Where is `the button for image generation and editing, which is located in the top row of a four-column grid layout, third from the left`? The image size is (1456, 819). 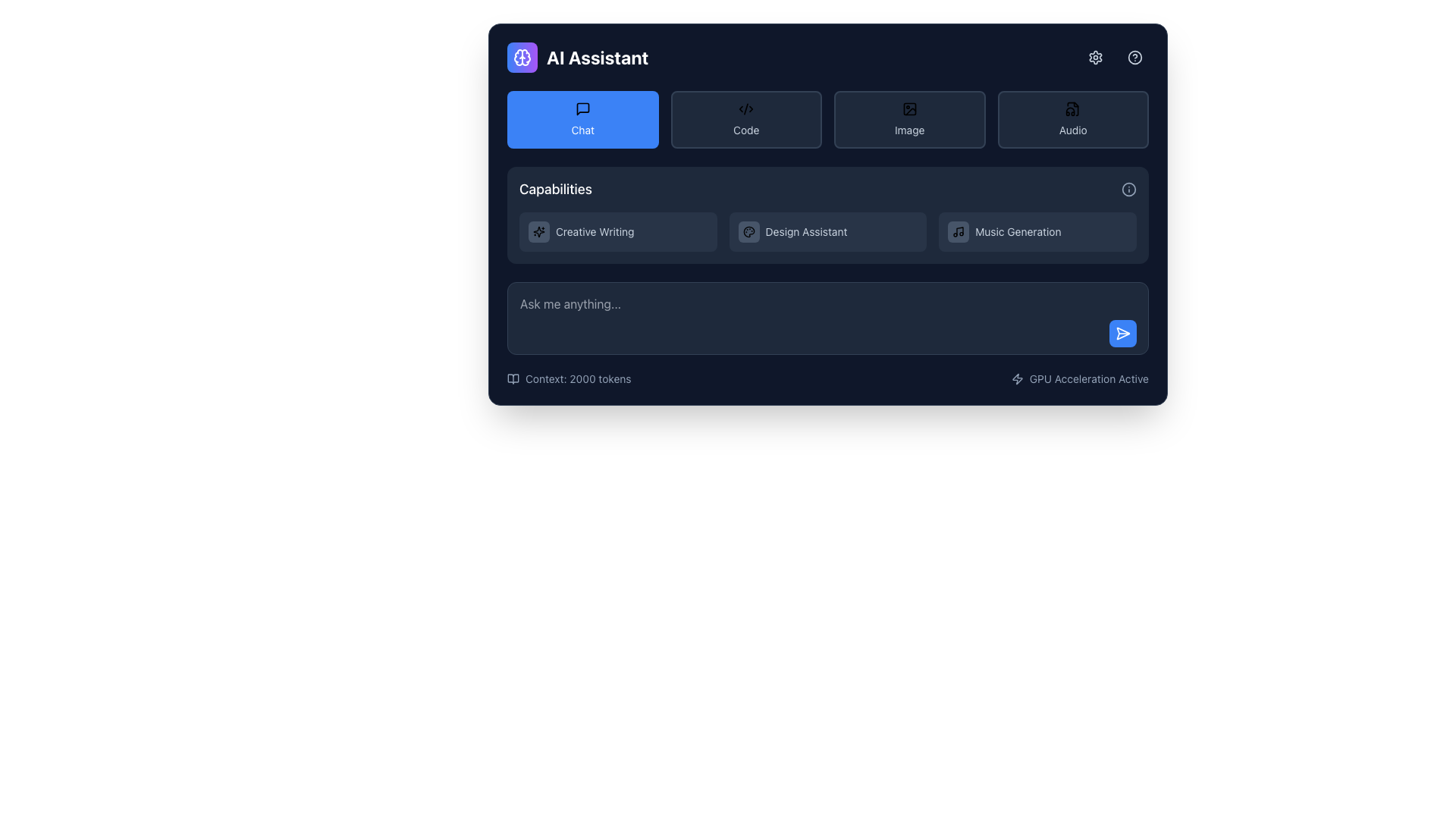 the button for image generation and editing, which is located in the top row of a four-column grid layout, third from the left is located at coordinates (909, 119).